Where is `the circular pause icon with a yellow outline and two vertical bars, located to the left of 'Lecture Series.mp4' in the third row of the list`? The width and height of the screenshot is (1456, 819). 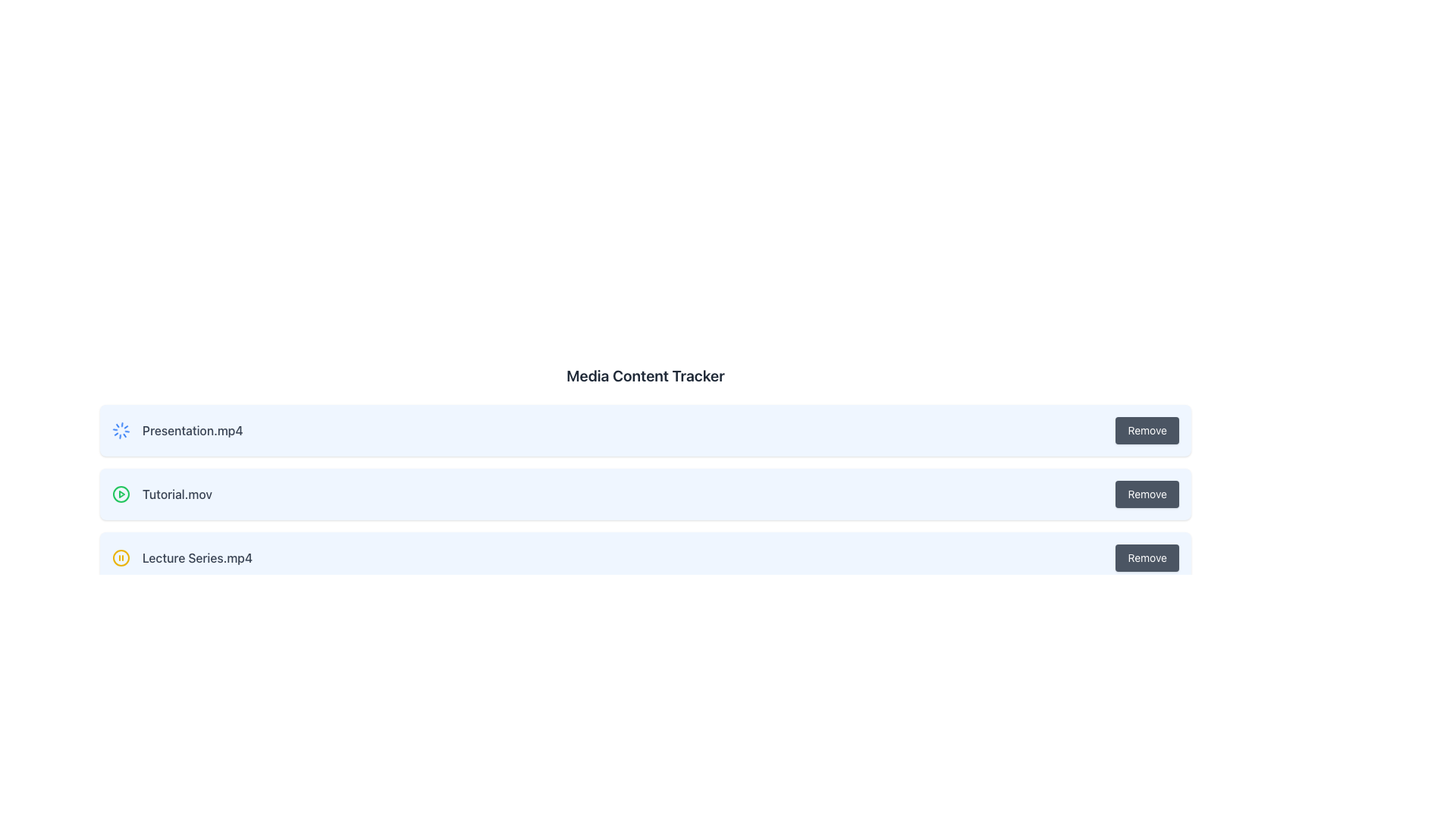
the circular pause icon with a yellow outline and two vertical bars, located to the left of 'Lecture Series.mp4' in the third row of the list is located at coordinates (120, 558).